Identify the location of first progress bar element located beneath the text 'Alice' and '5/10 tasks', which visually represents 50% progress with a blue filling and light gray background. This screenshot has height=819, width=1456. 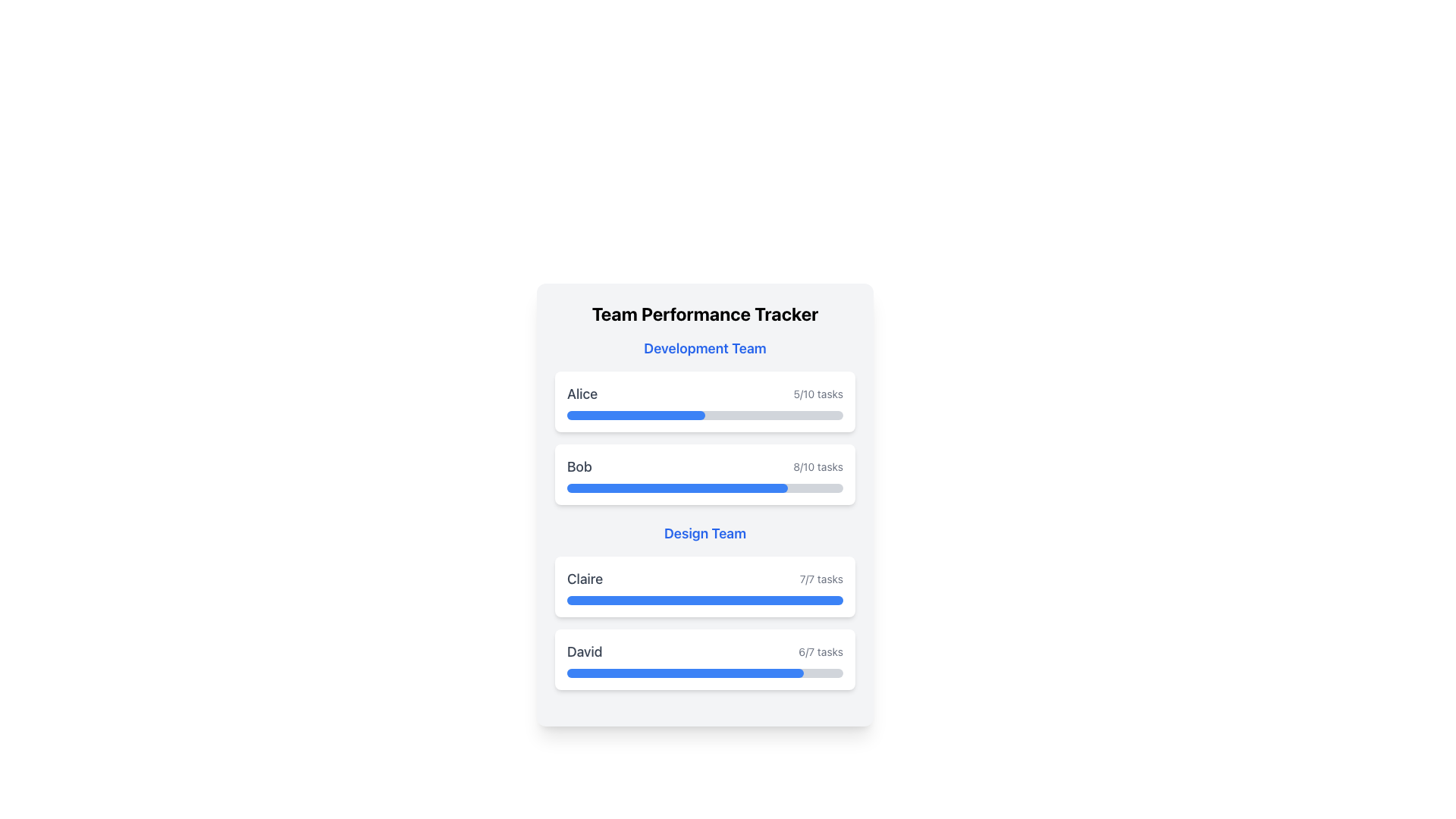
(704, 415).